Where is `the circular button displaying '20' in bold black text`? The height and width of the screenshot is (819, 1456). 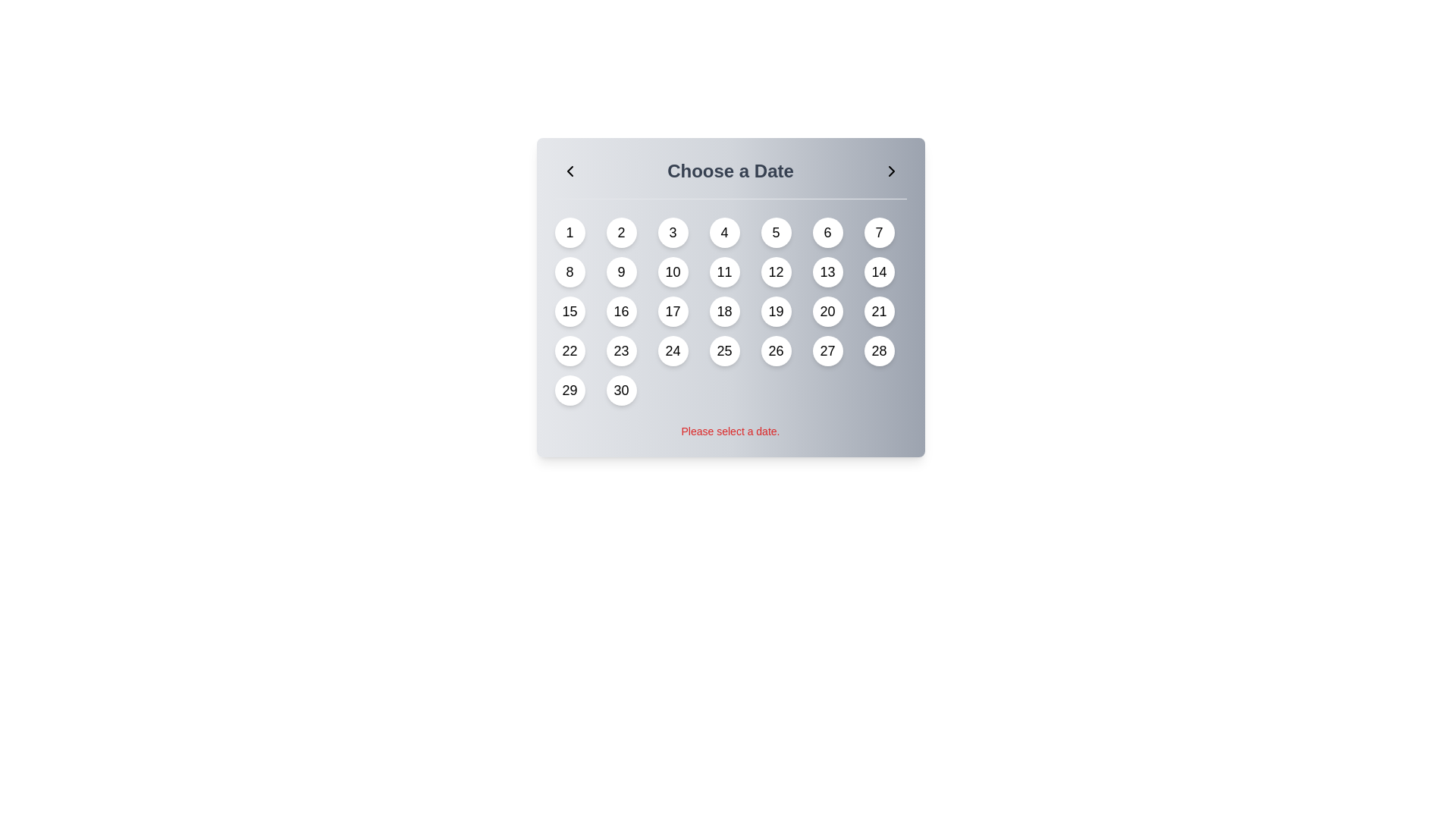
the circular button displaying '20' in bold black text is located at coordinates (827, 311).